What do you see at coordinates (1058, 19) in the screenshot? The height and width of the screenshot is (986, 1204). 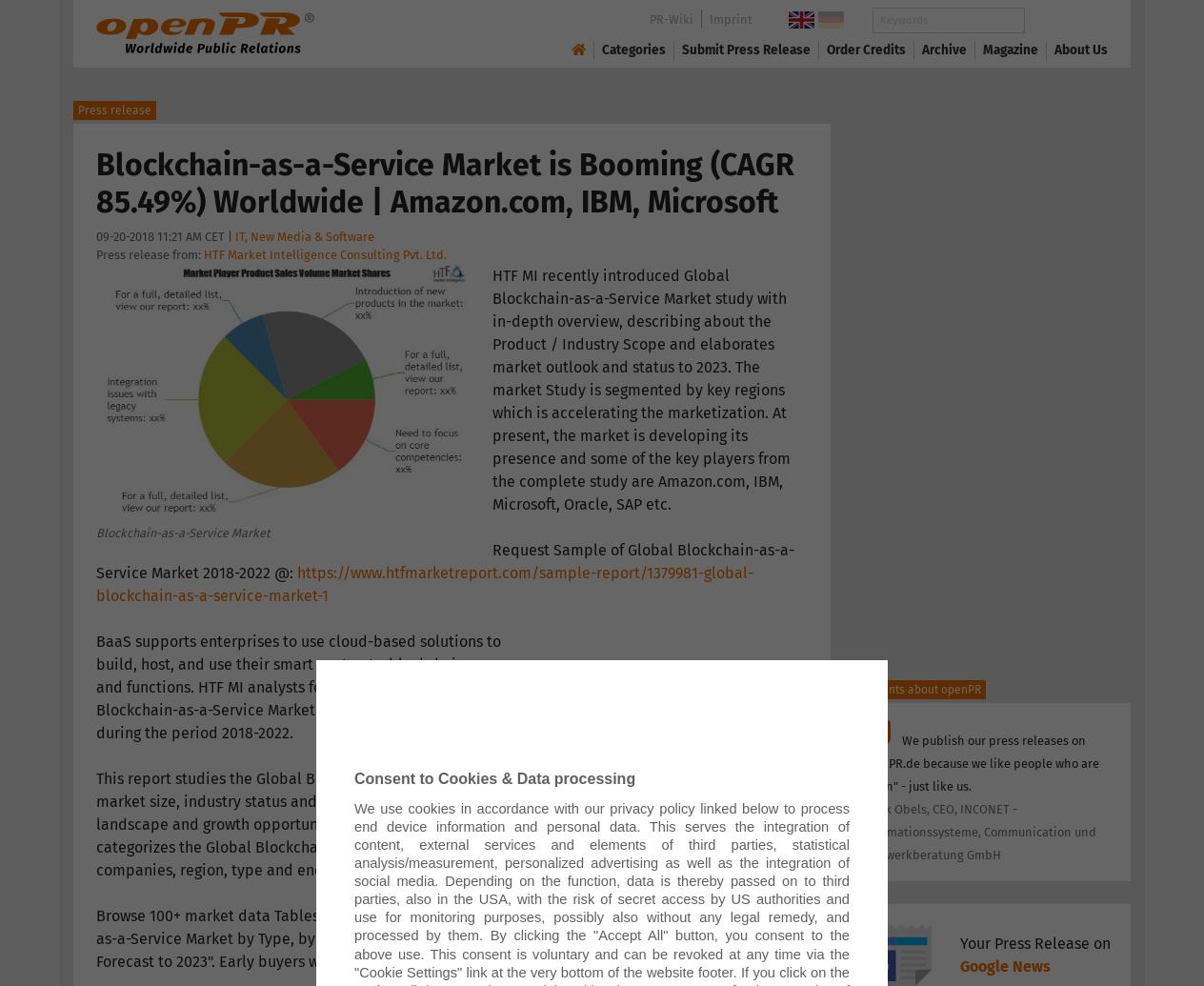 I see `'Search'` at bounding box center [1058, 19].